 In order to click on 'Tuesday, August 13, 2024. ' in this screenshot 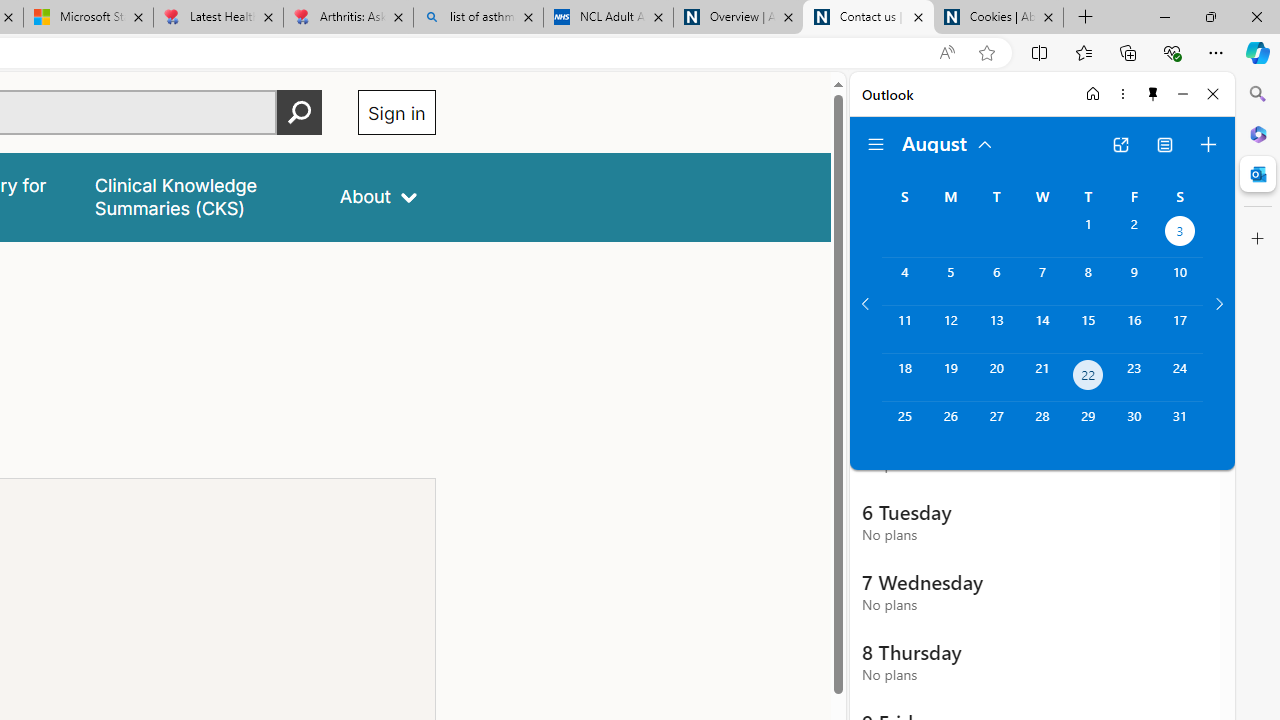, I will do `click(996, 328)`.